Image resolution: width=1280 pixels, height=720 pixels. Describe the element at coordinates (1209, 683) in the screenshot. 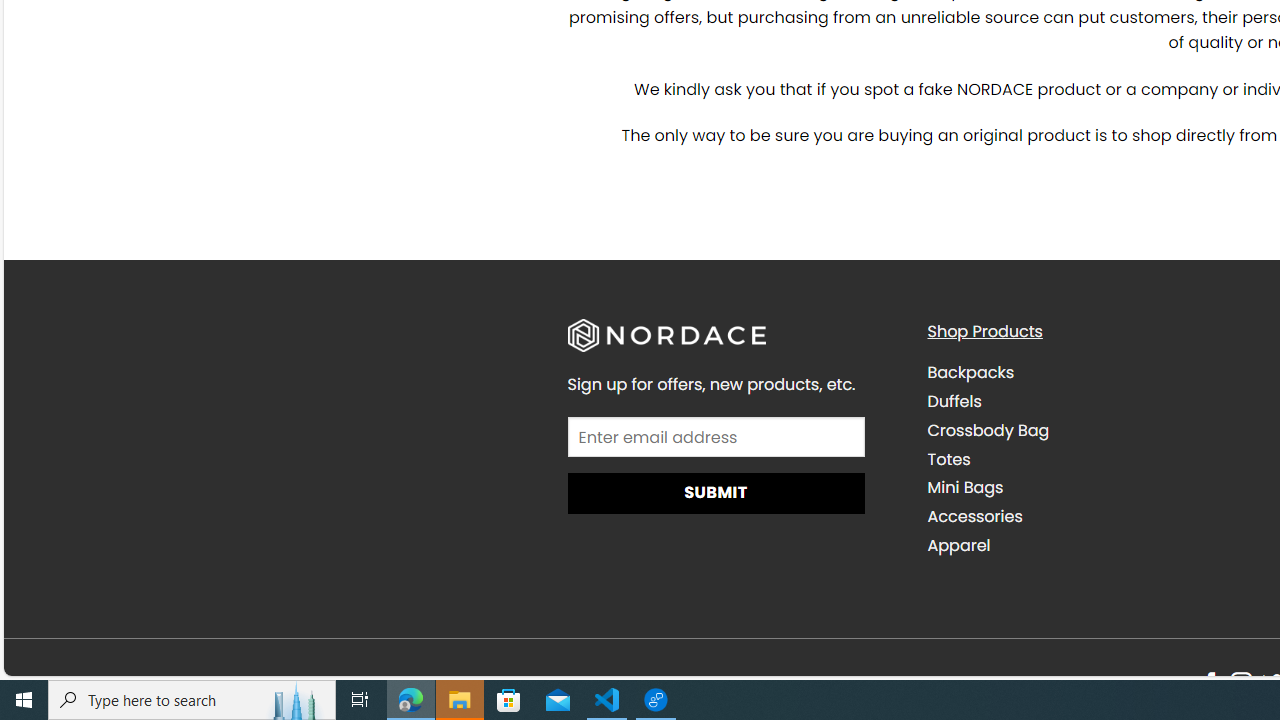

I see `'Follow on Facebook'` at that location.